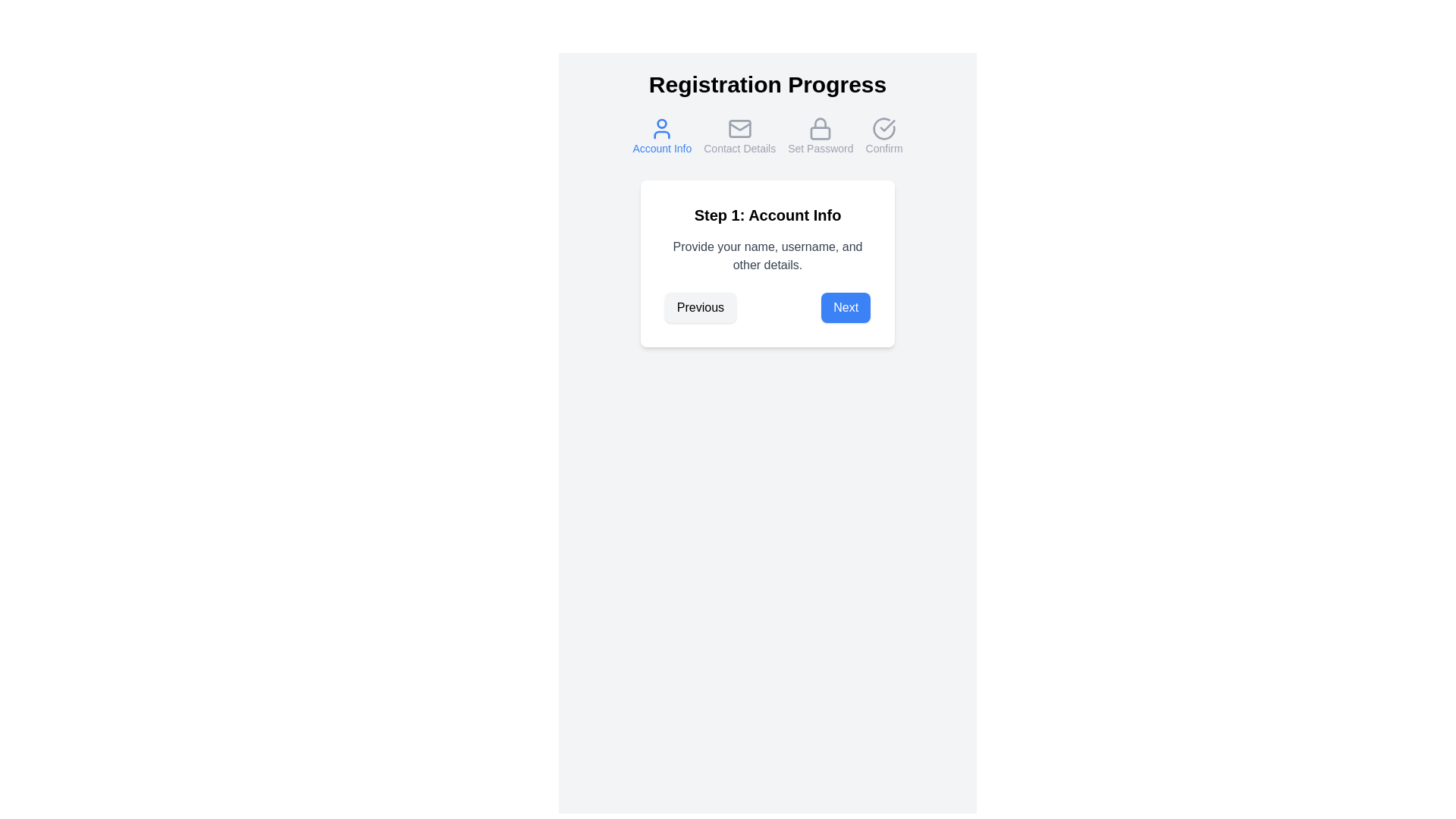 This screenshot has height=819, width=1456. What do you see at coordinates (820, 133) in the screenshot?
I see `the decorative graphical component that represents the locked state in the 'Set Password' step of the registration progress, located at the center of the lock-shaped icon` at bounding box center [820, 133].